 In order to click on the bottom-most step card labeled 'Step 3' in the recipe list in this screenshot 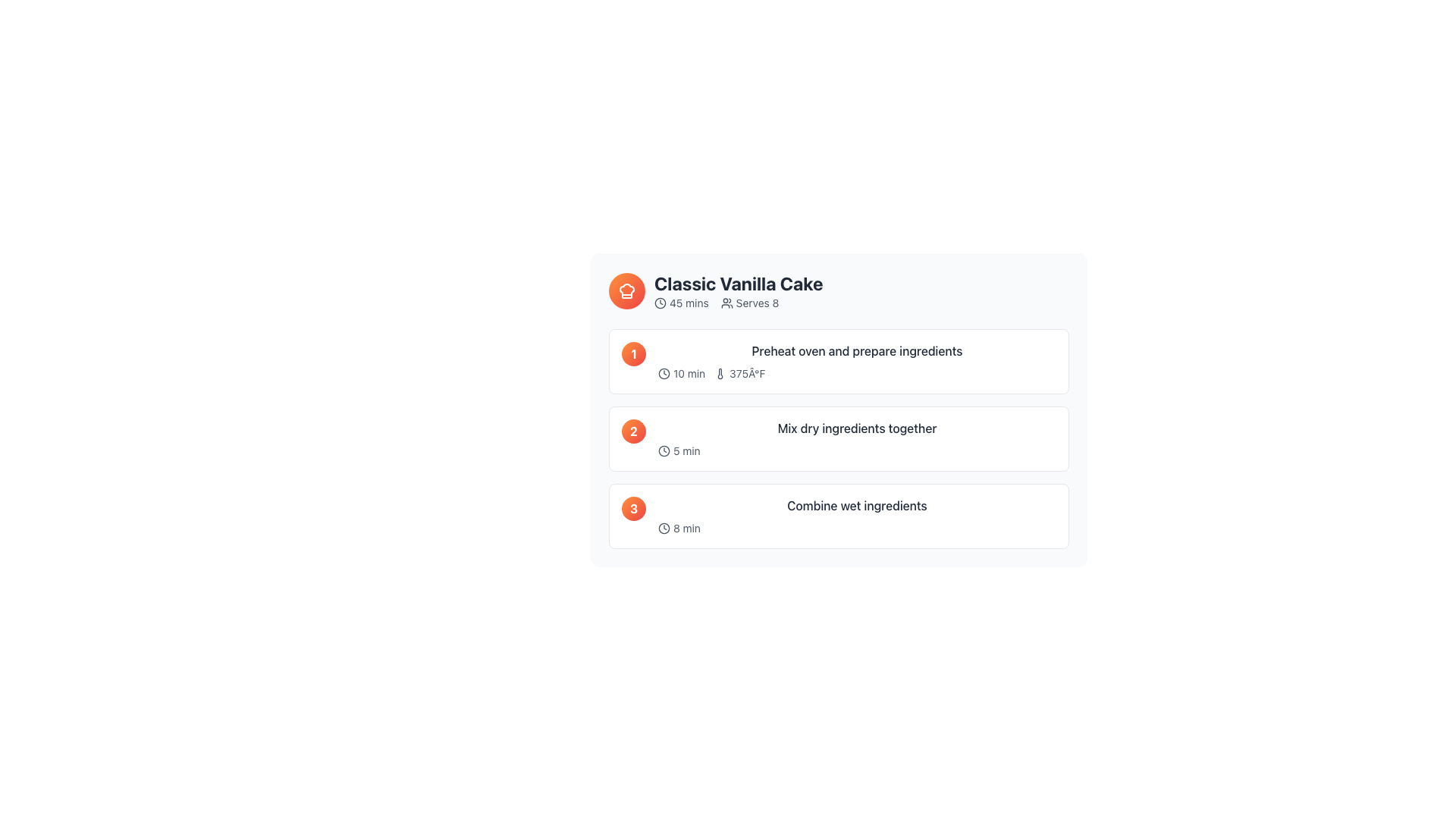, I will do `click(838, 516)`.